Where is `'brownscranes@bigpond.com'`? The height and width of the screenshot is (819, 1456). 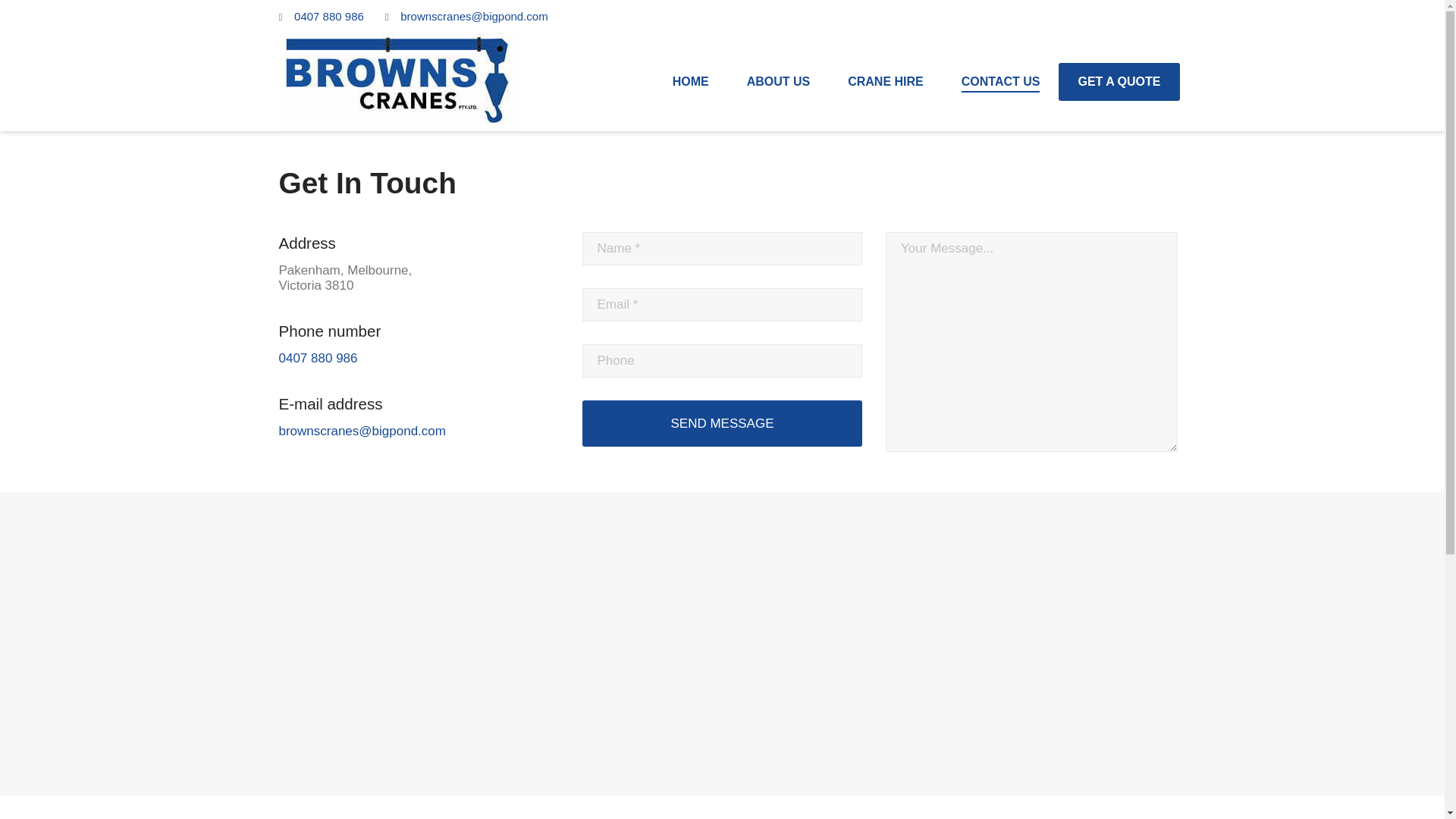
'brownscranes@bigpond.com' is located at coordinates (473, 16).